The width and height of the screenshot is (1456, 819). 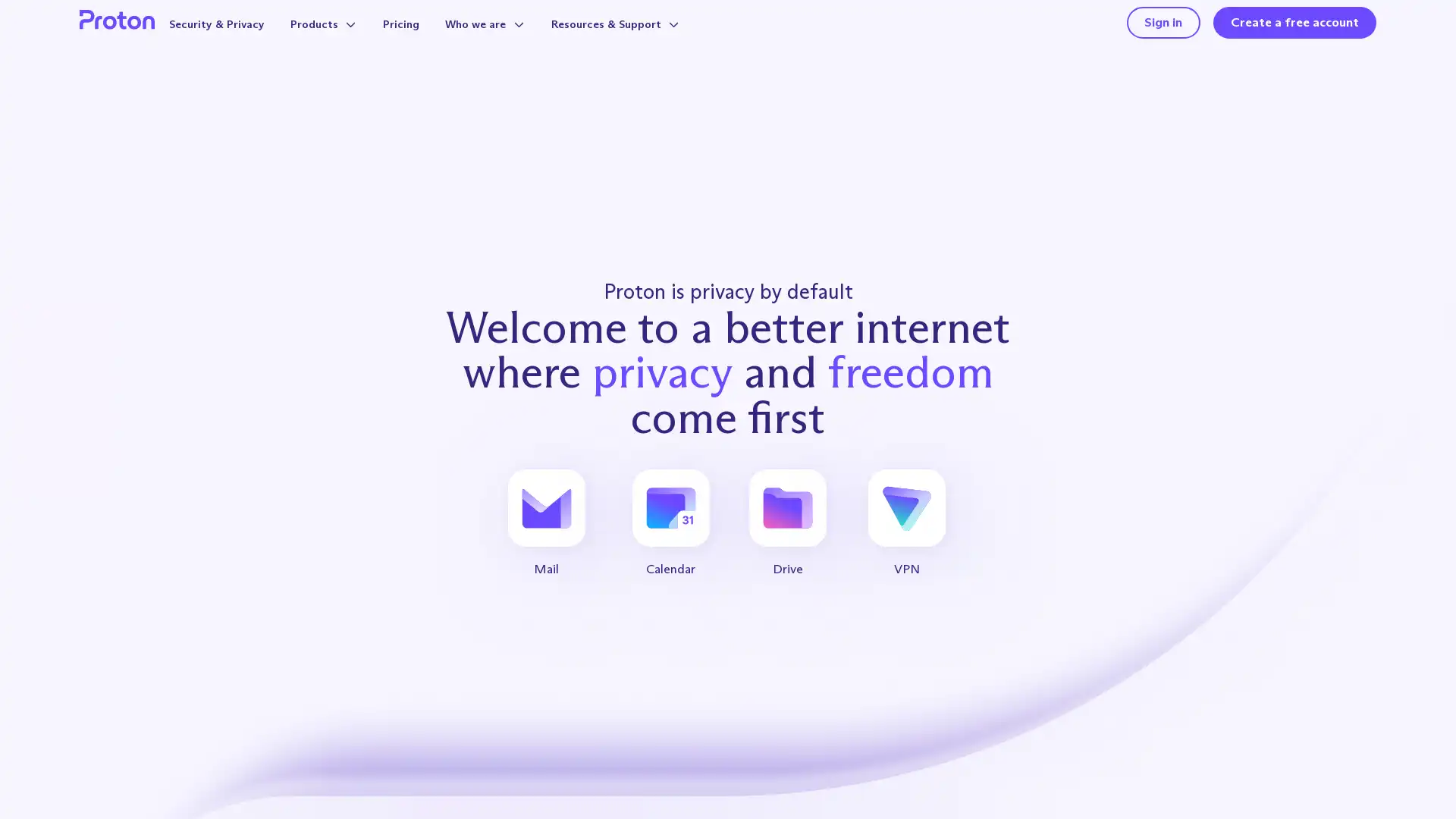 What do you see at coordinates (515, 39) in the screenshot?
I see `Who we are` at bounding box center [515, 39].